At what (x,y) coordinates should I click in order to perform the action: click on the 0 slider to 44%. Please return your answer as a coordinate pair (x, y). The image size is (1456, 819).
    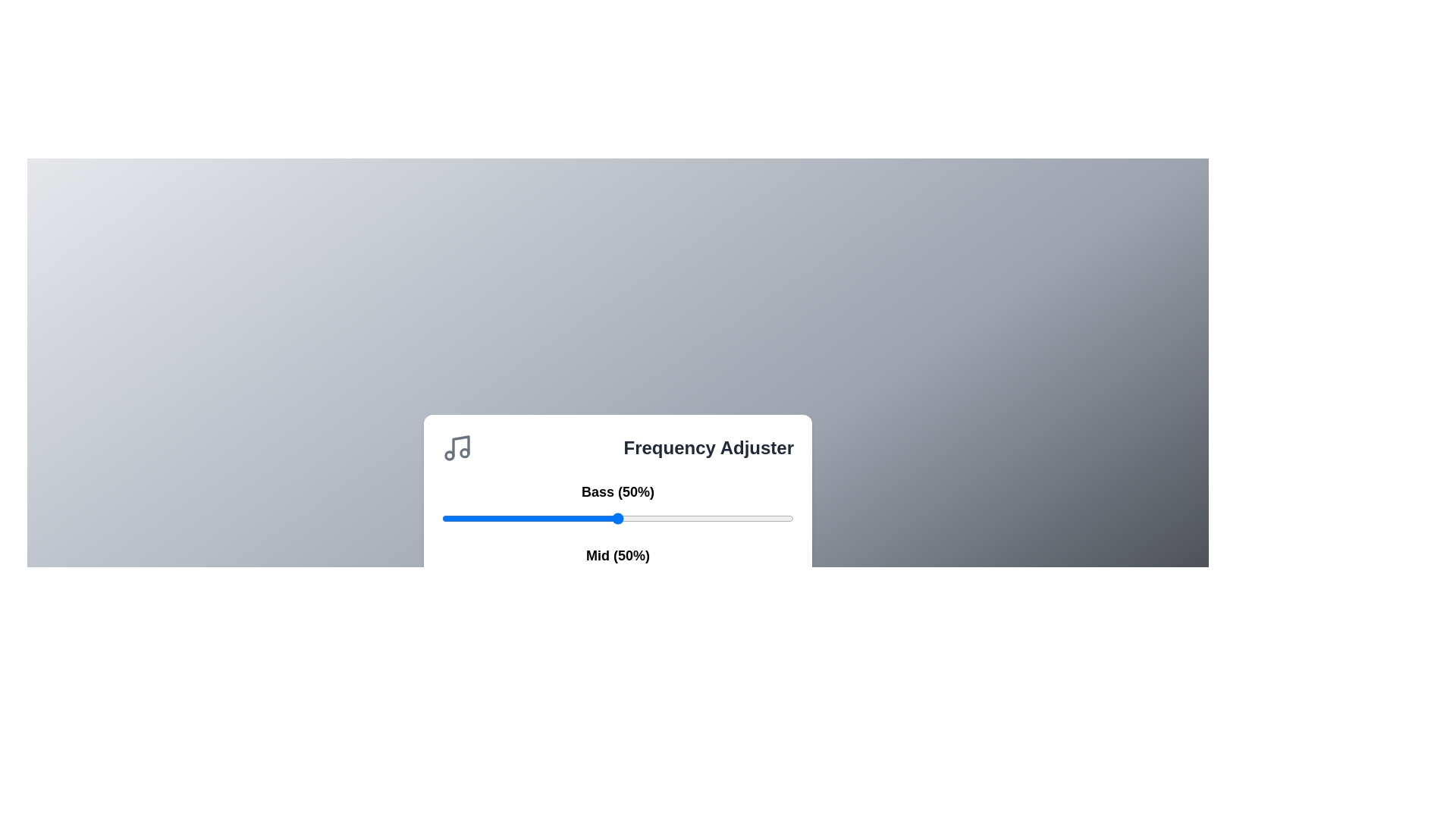
    Looking at the image, I should click on (773, 517).